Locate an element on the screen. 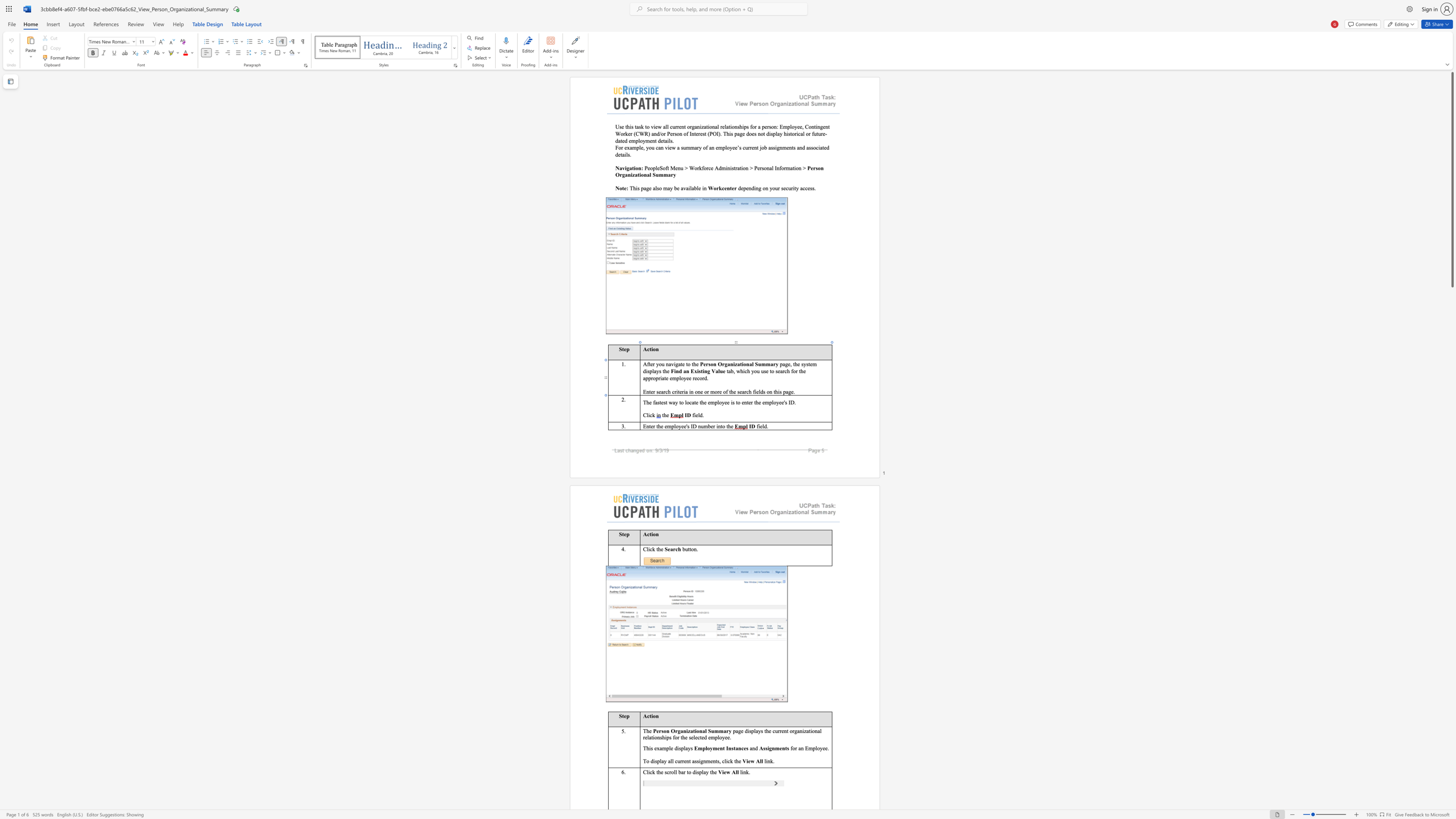 The width and height of the screenshot is (1456, 819). the 2th character "n" in the text is located at coordinates (684, 731).